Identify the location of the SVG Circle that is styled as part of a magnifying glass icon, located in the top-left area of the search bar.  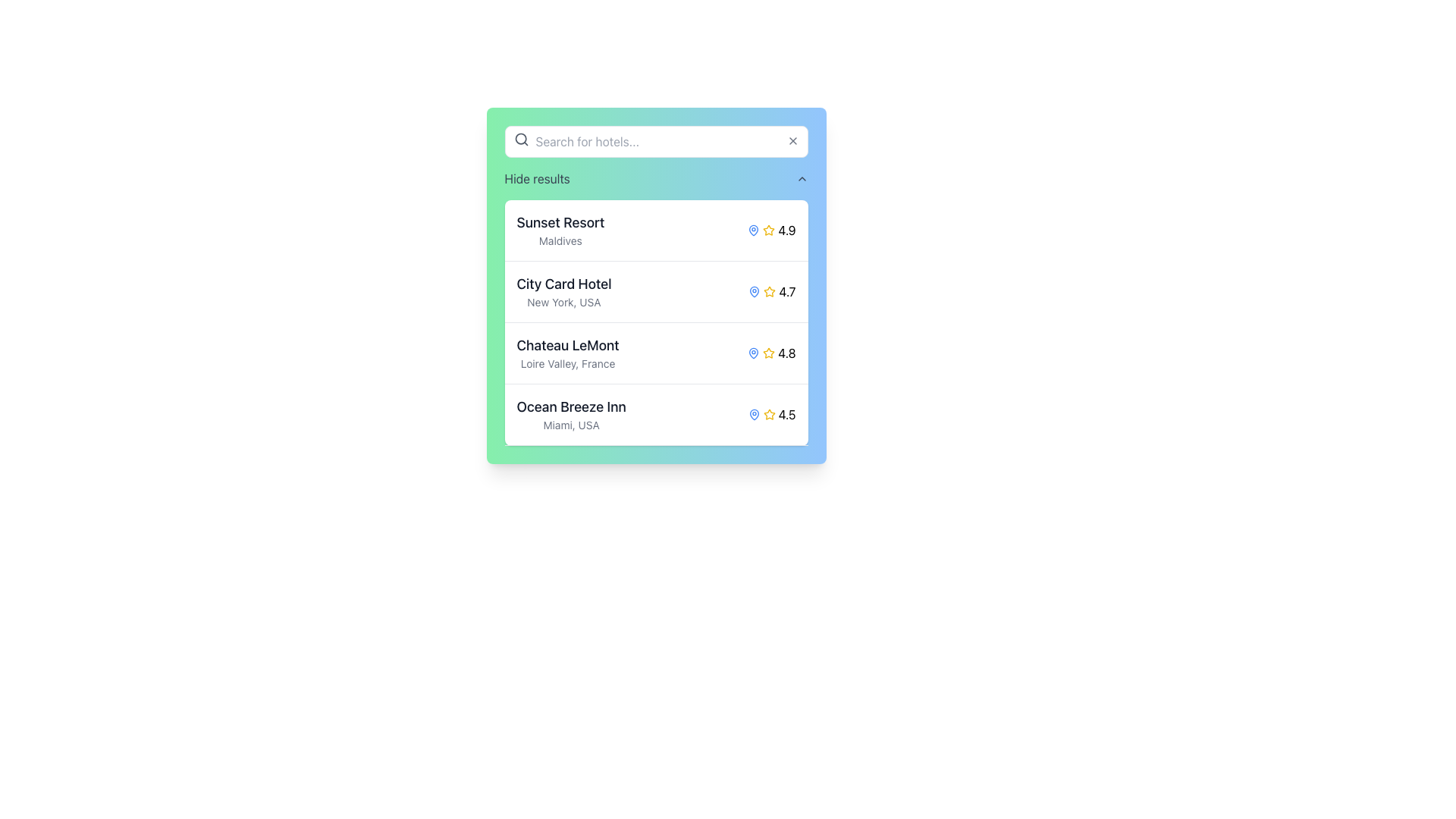
(520, 139).